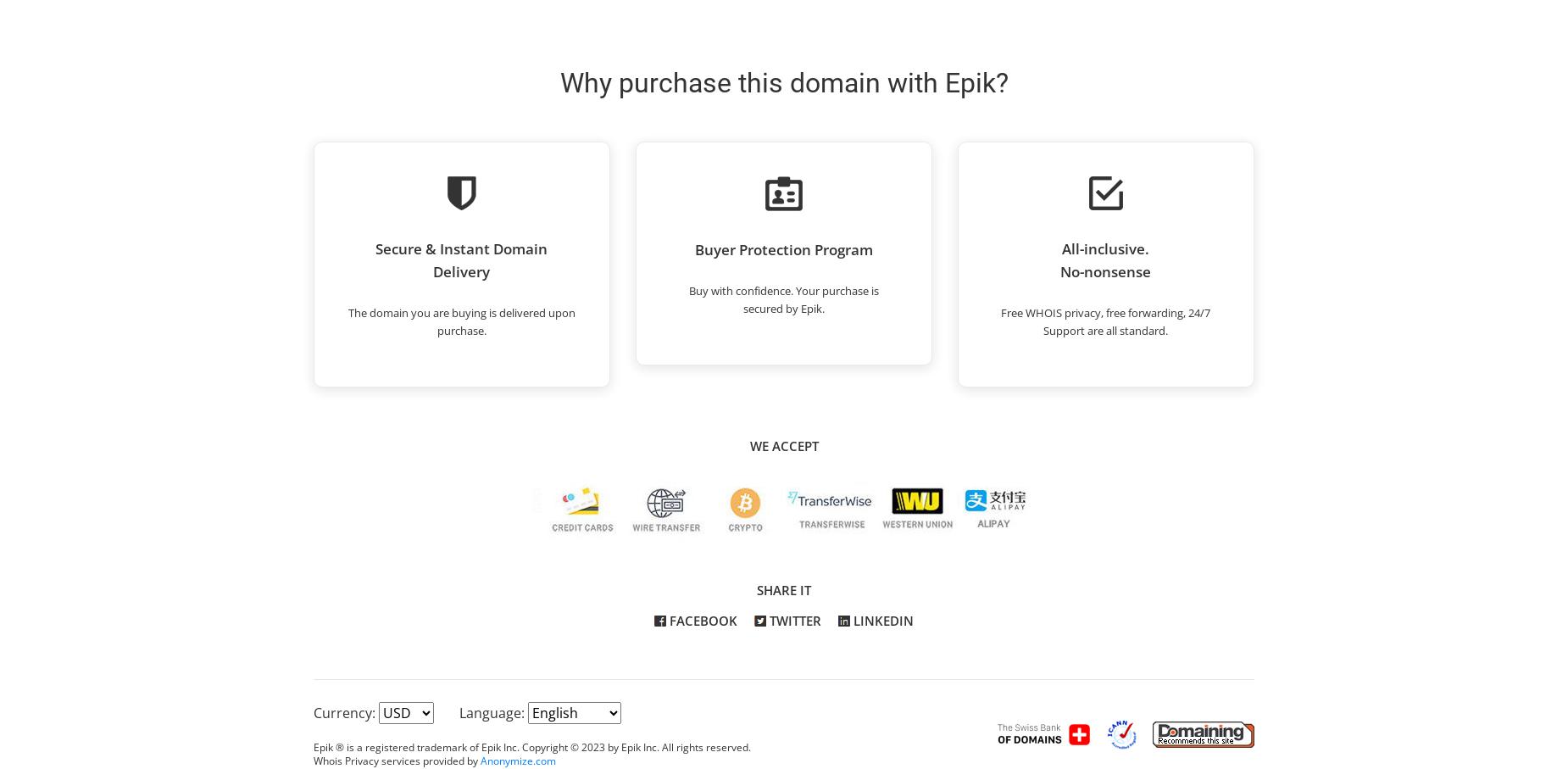 Image resolution: width=1568 pixels, height=769 pixels. I want to click on 'Buyer Protection Program', so click(693, 249).